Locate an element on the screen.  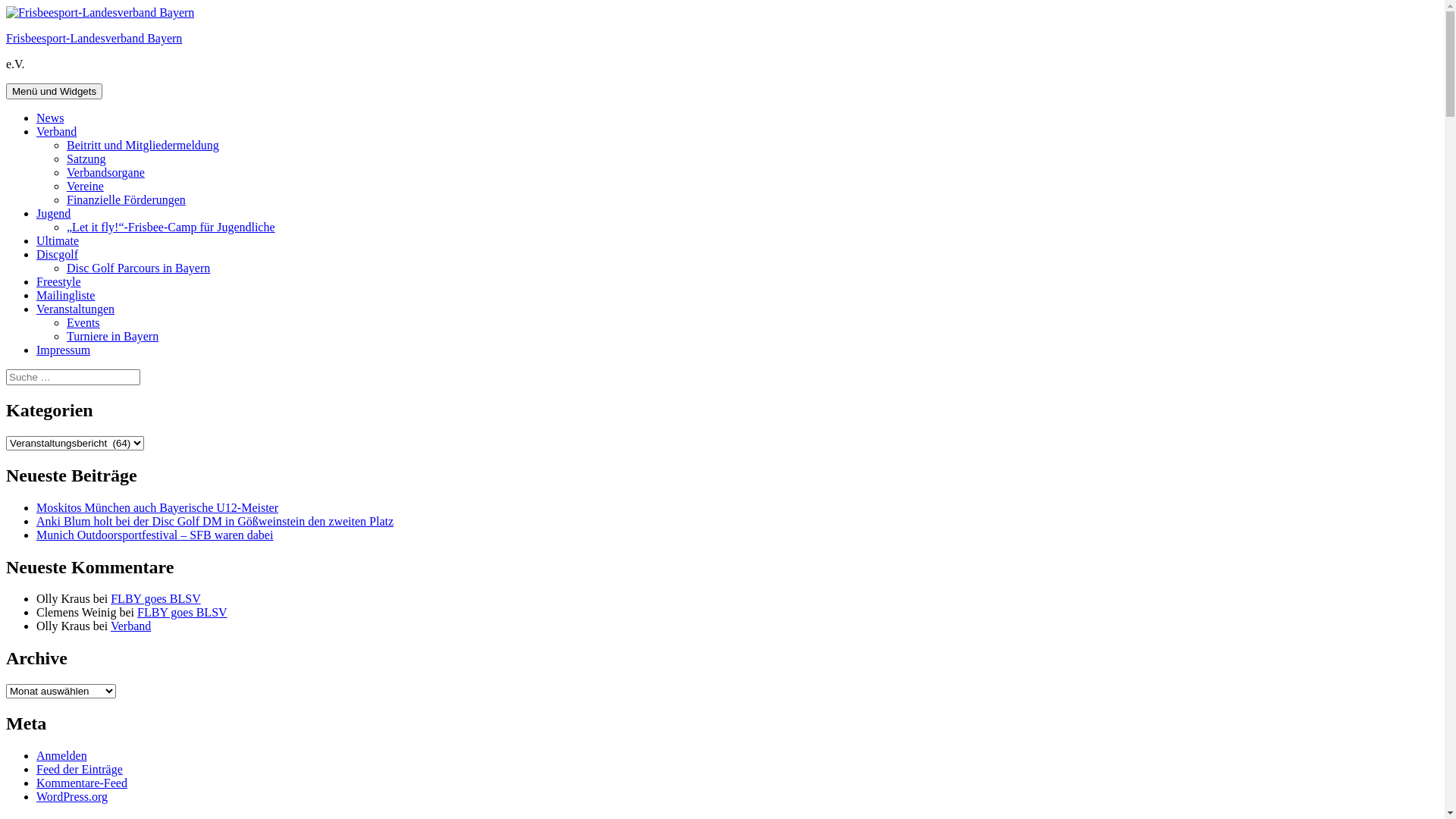
'Events' is located at coordinates (83, 322).